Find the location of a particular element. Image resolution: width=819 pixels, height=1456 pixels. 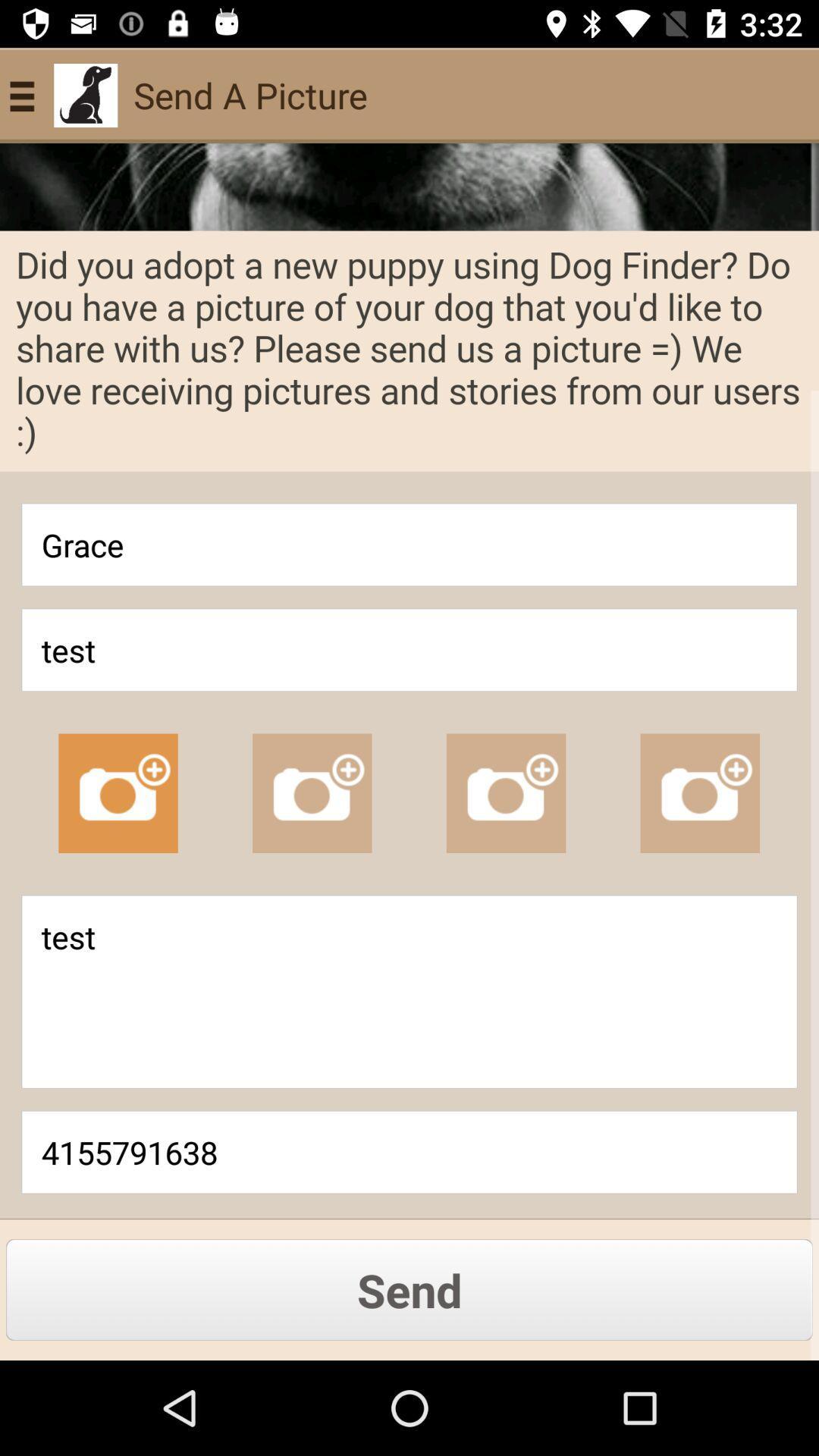

the menu icon shown at the top left corner of the page is located at coordinates (28, 94).